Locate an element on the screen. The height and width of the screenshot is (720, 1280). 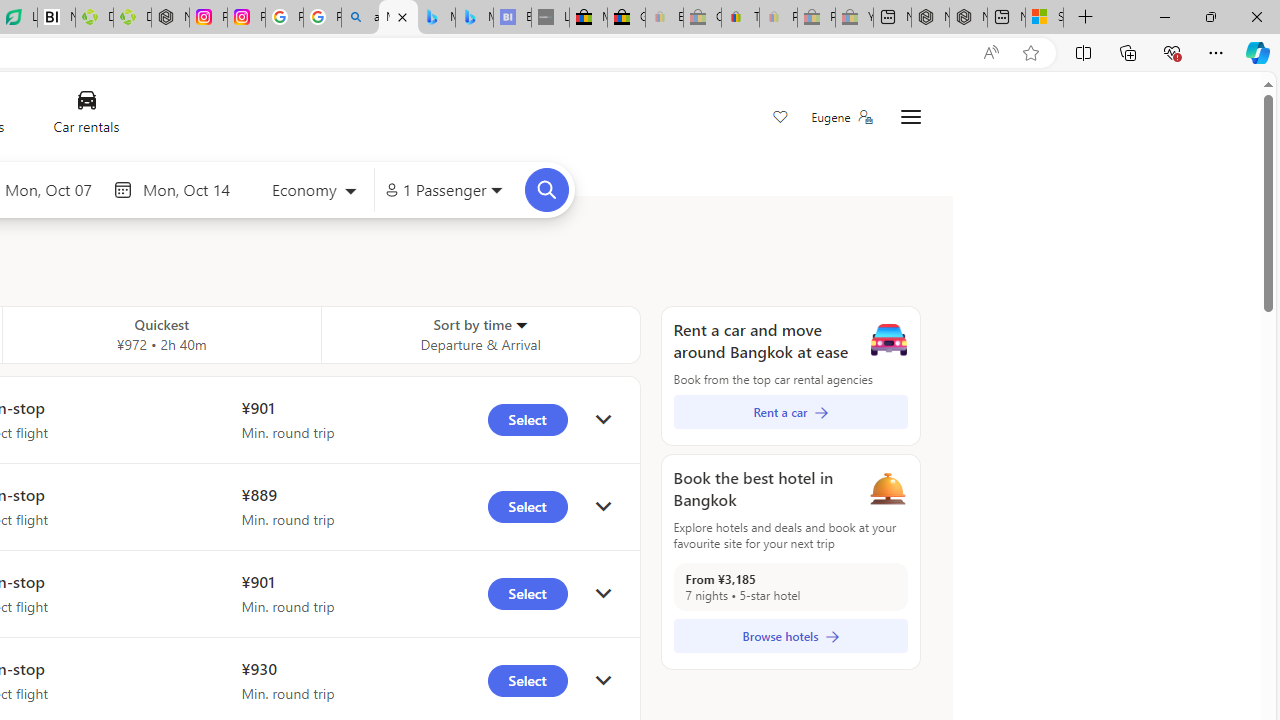
'alabama high school quarterback dies - Search' is located at coordinates (360, 17).